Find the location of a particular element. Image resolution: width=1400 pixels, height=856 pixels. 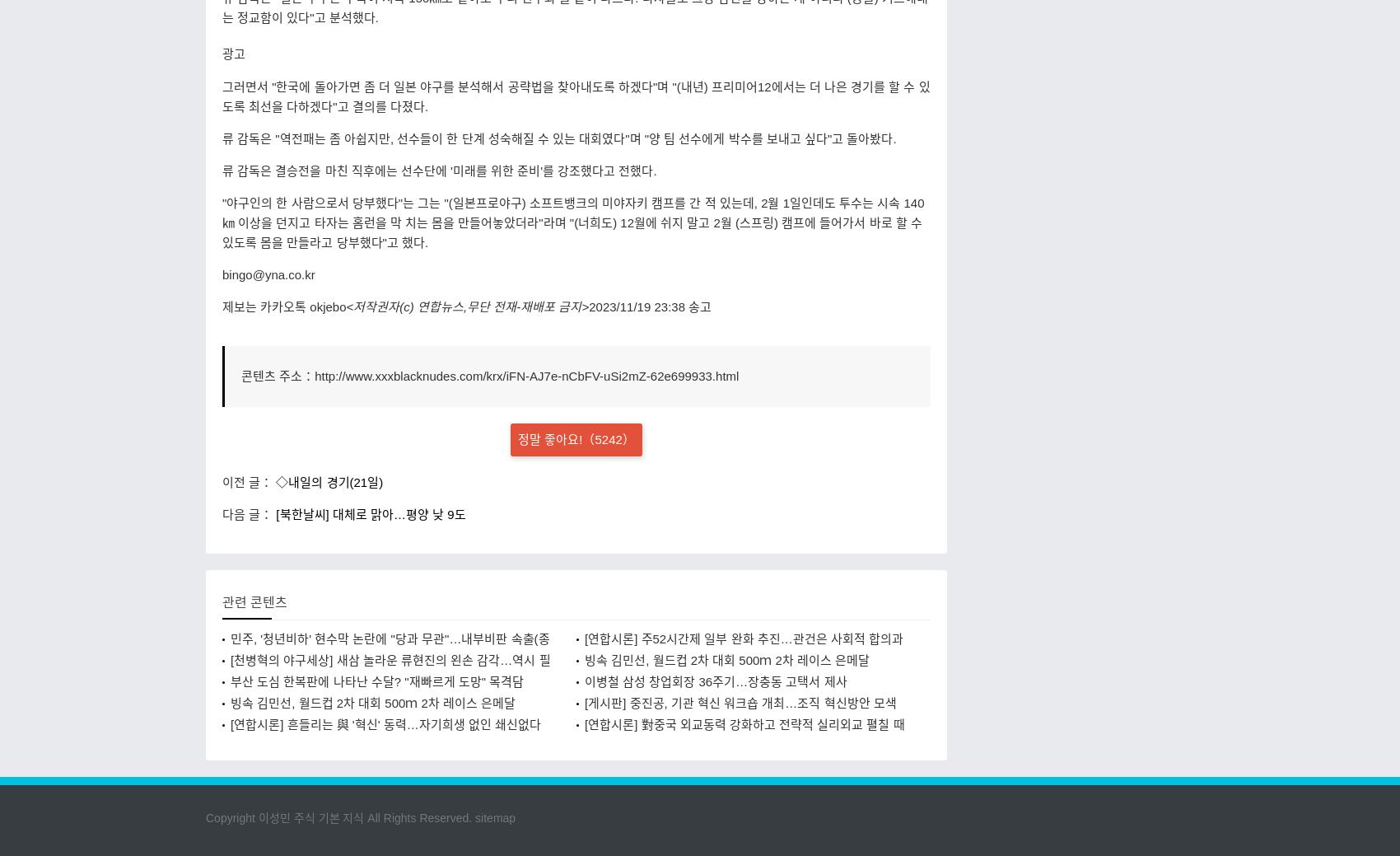

'◇내일의 경기(21일)' is located at coordinates (329, 481).